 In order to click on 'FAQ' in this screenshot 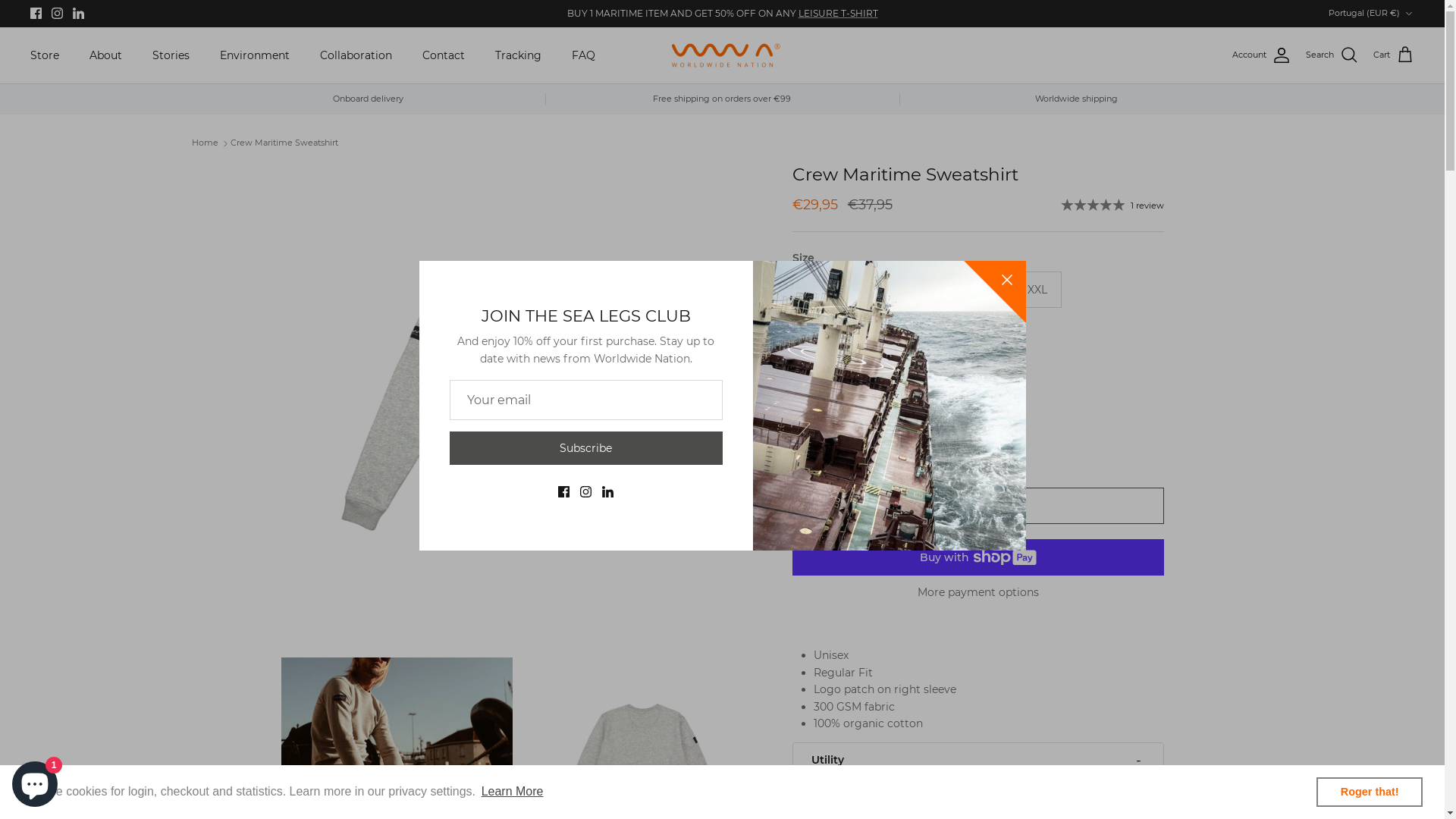, I will do `click(582, 55)`.